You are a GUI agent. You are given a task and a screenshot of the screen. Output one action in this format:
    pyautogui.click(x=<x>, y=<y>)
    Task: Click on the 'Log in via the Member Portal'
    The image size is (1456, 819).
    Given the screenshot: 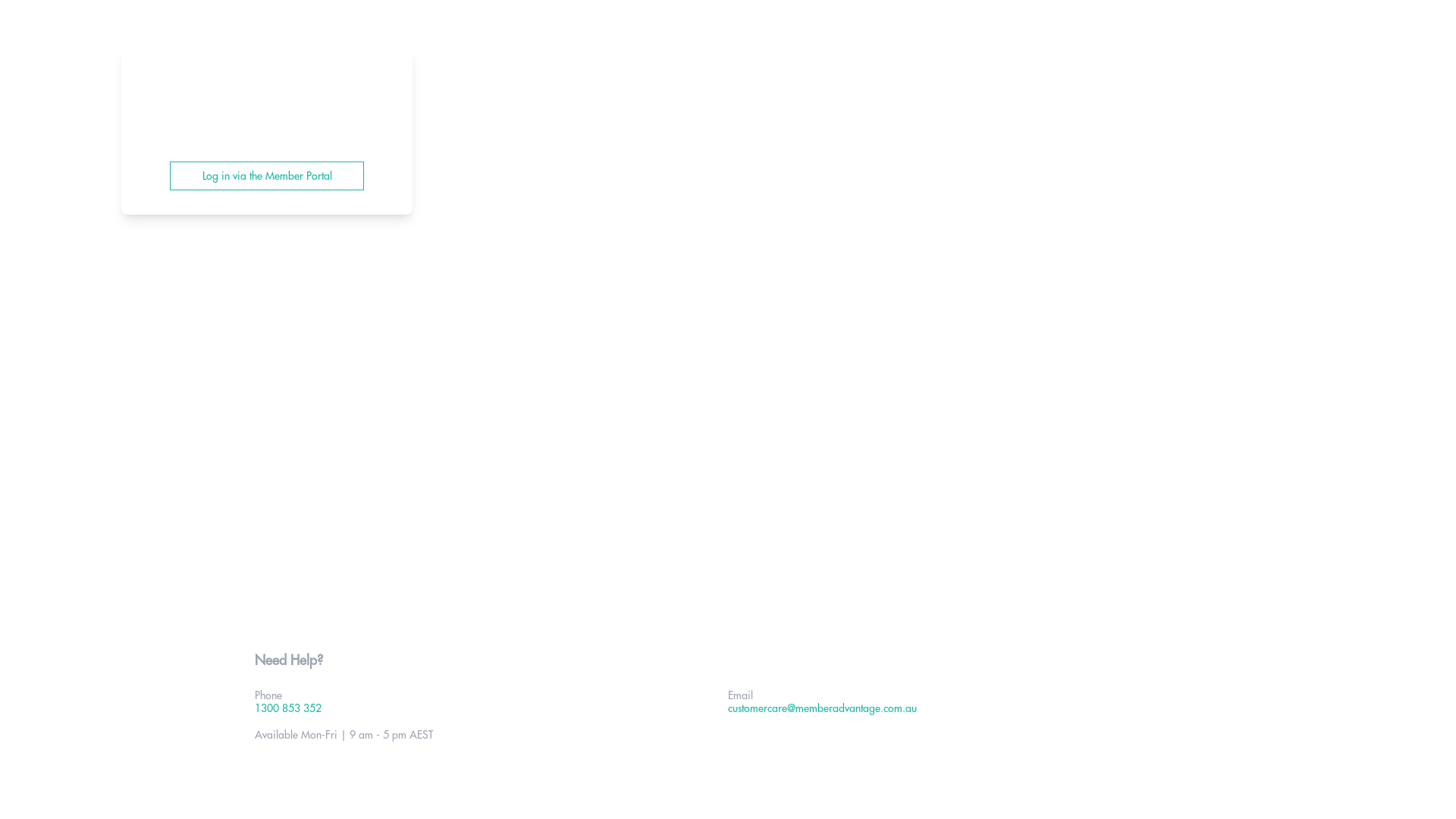 What is the action you would take?
    pyautogui.click(x=170, y=174)
    